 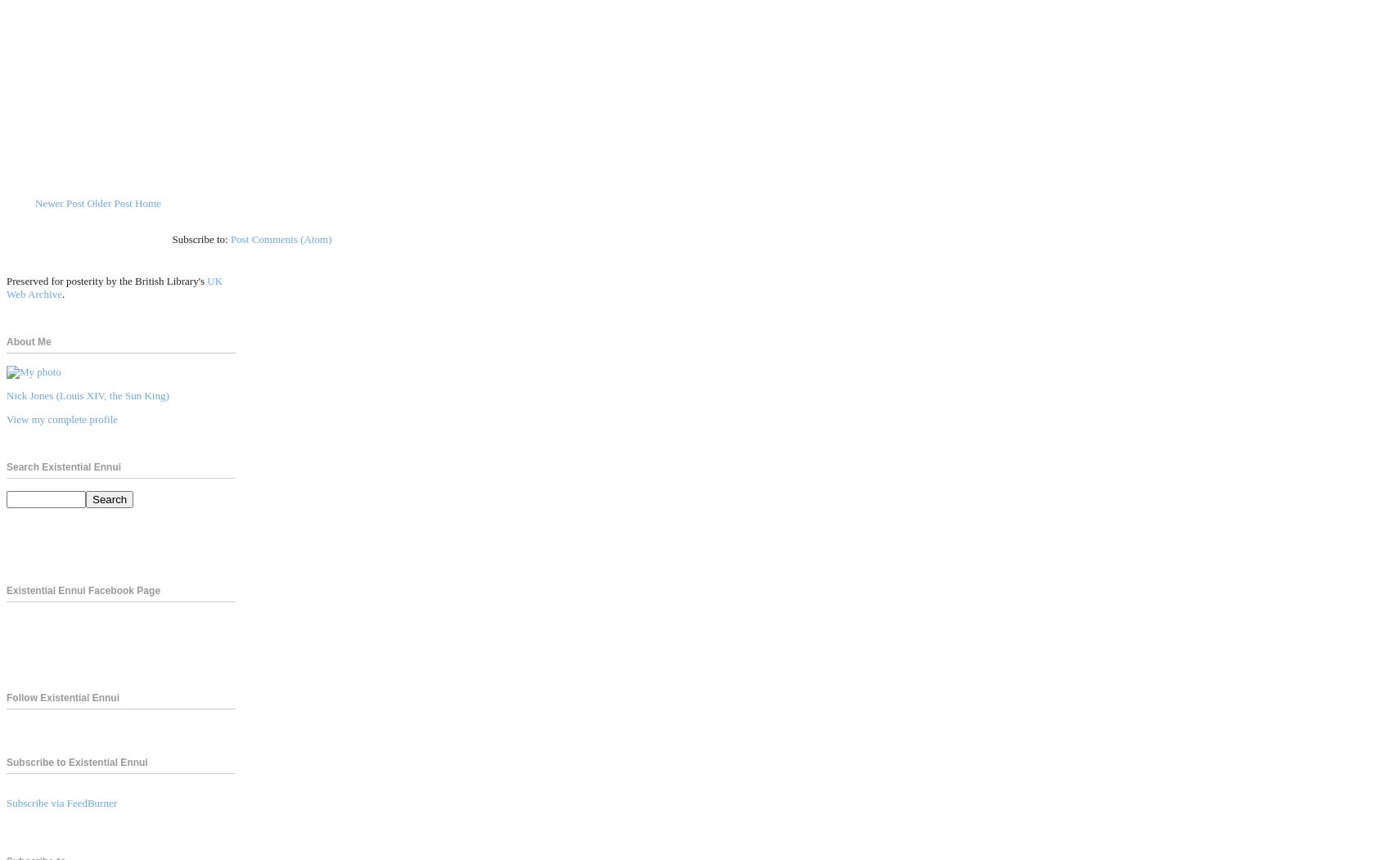 I want to click on 'View my complete profile', so click(x=61, y=418).